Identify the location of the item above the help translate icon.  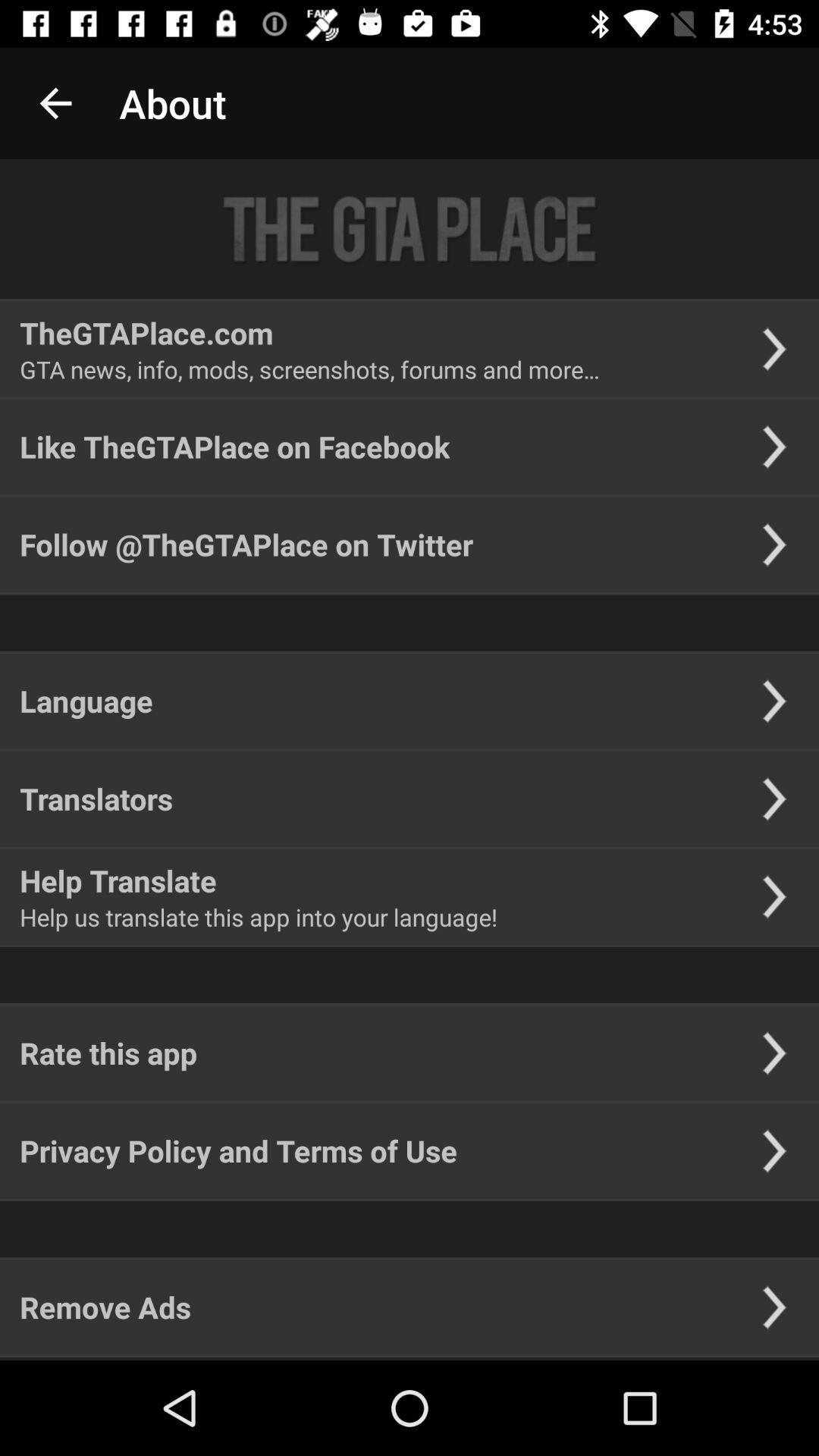
(96, 798).